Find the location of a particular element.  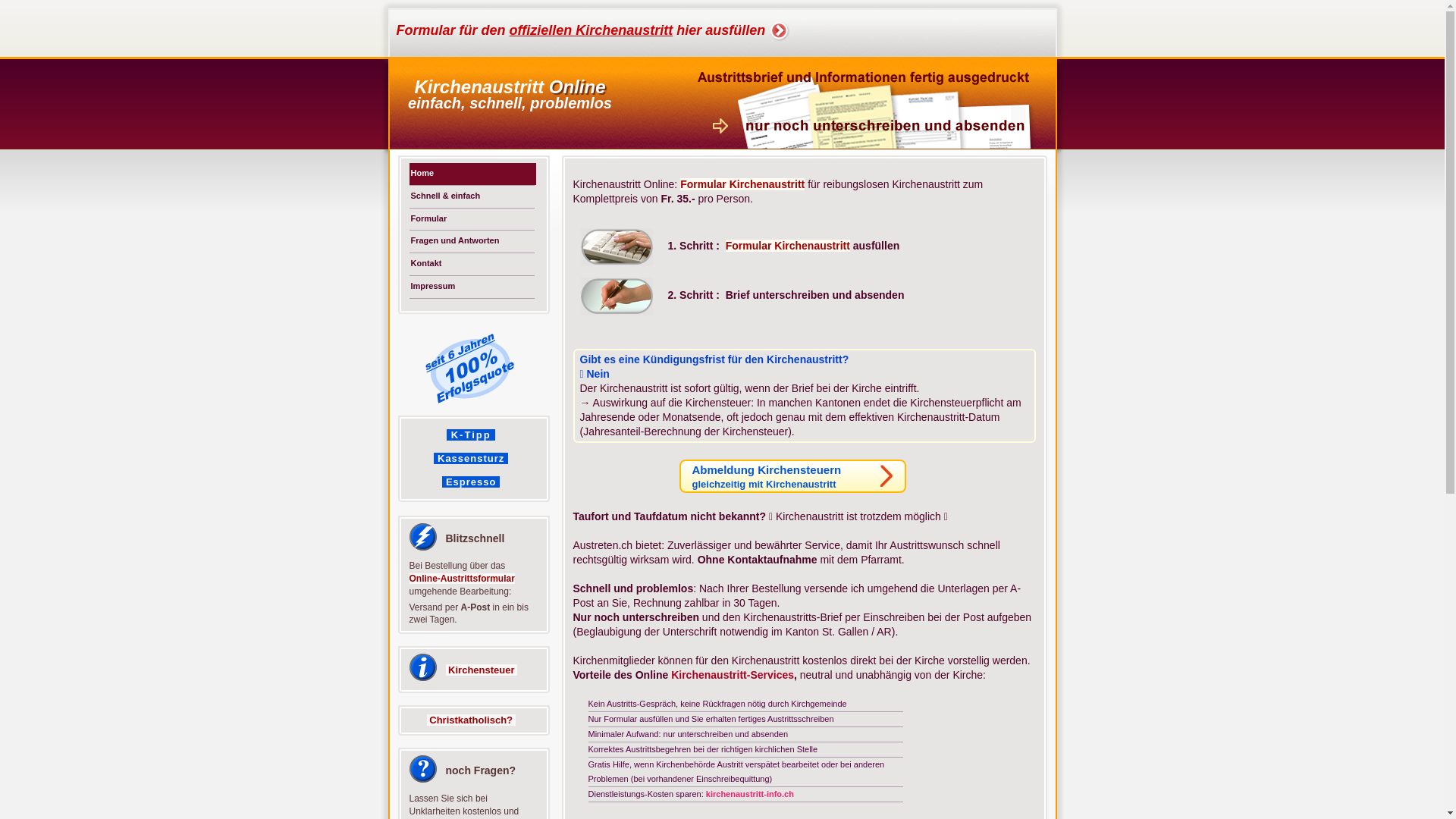

'Kontakt' is located at coordinates (409, 263).